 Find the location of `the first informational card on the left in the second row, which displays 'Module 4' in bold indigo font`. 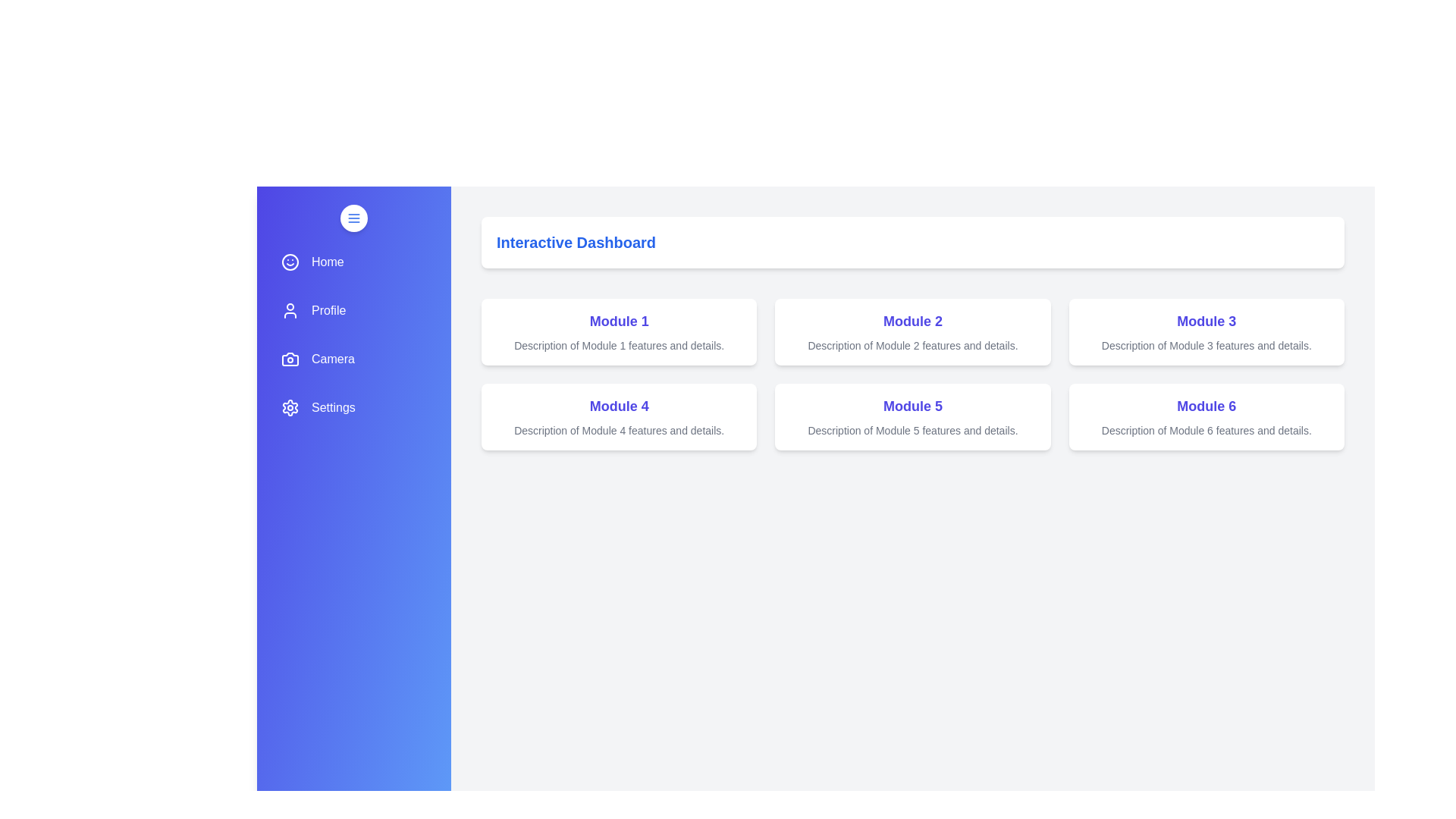

the first informational card on the left in the second row, which displays 'Module 4' in bold indigo font is located at coordinates (619, 417).